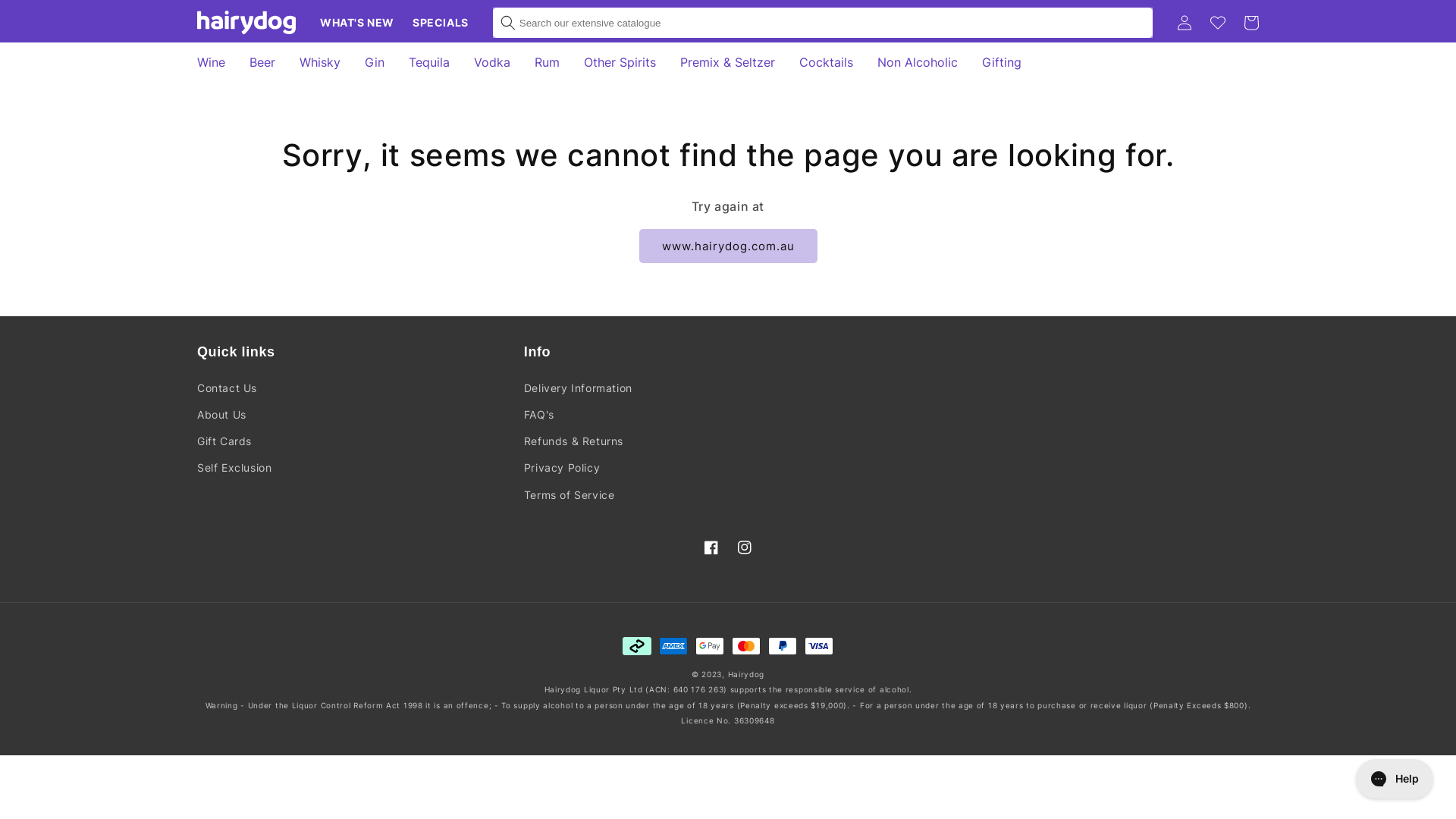 The image size is (1456, 819). I want to click on 'Refunds & Returns', so click(573, 441).